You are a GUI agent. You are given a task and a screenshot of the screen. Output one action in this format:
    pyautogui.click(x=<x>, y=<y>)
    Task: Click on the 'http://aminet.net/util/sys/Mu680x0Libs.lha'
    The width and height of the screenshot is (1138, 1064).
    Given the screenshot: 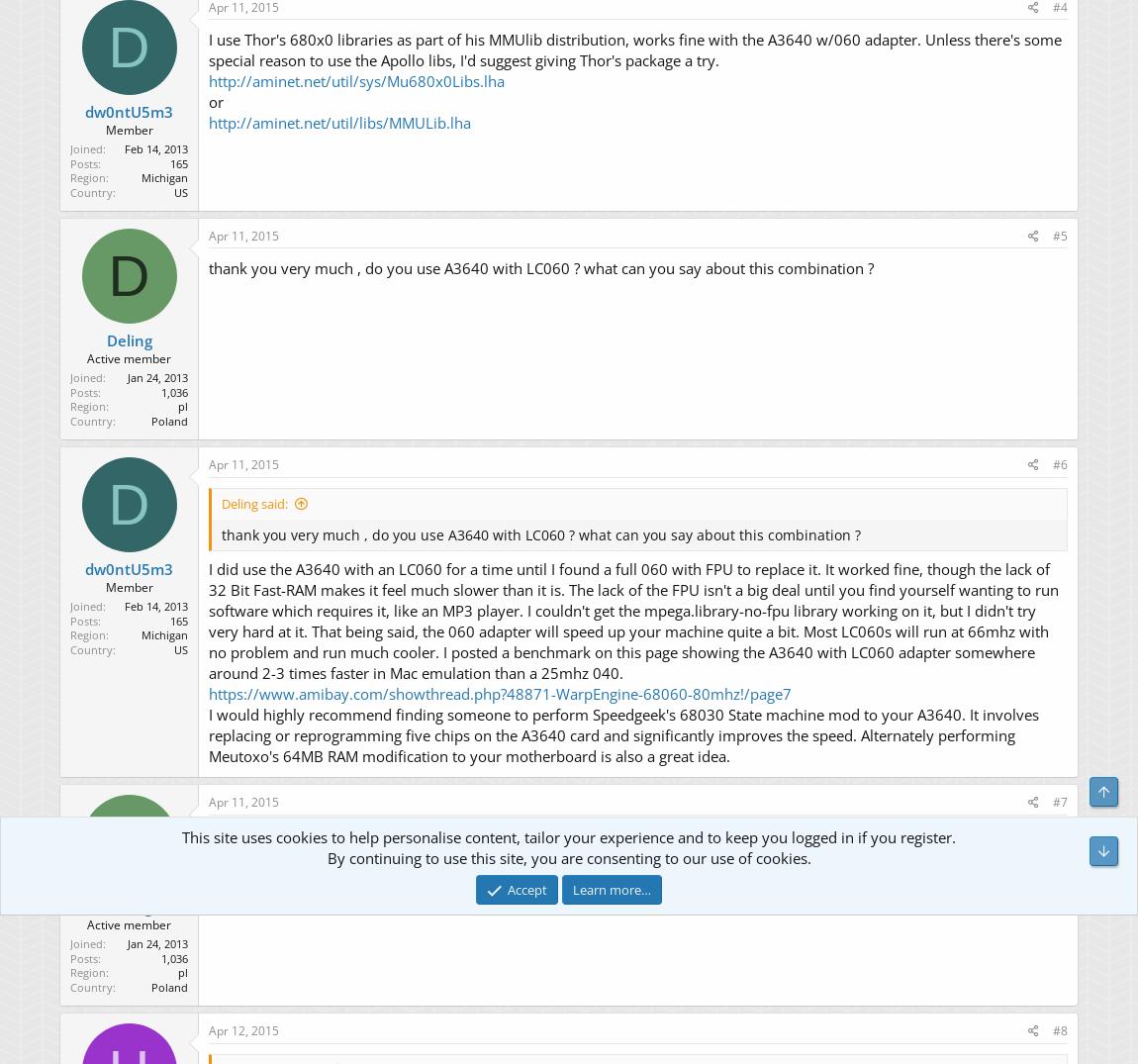 What is the action you would take?
    pyautogui.click(x=356, y=81)
    